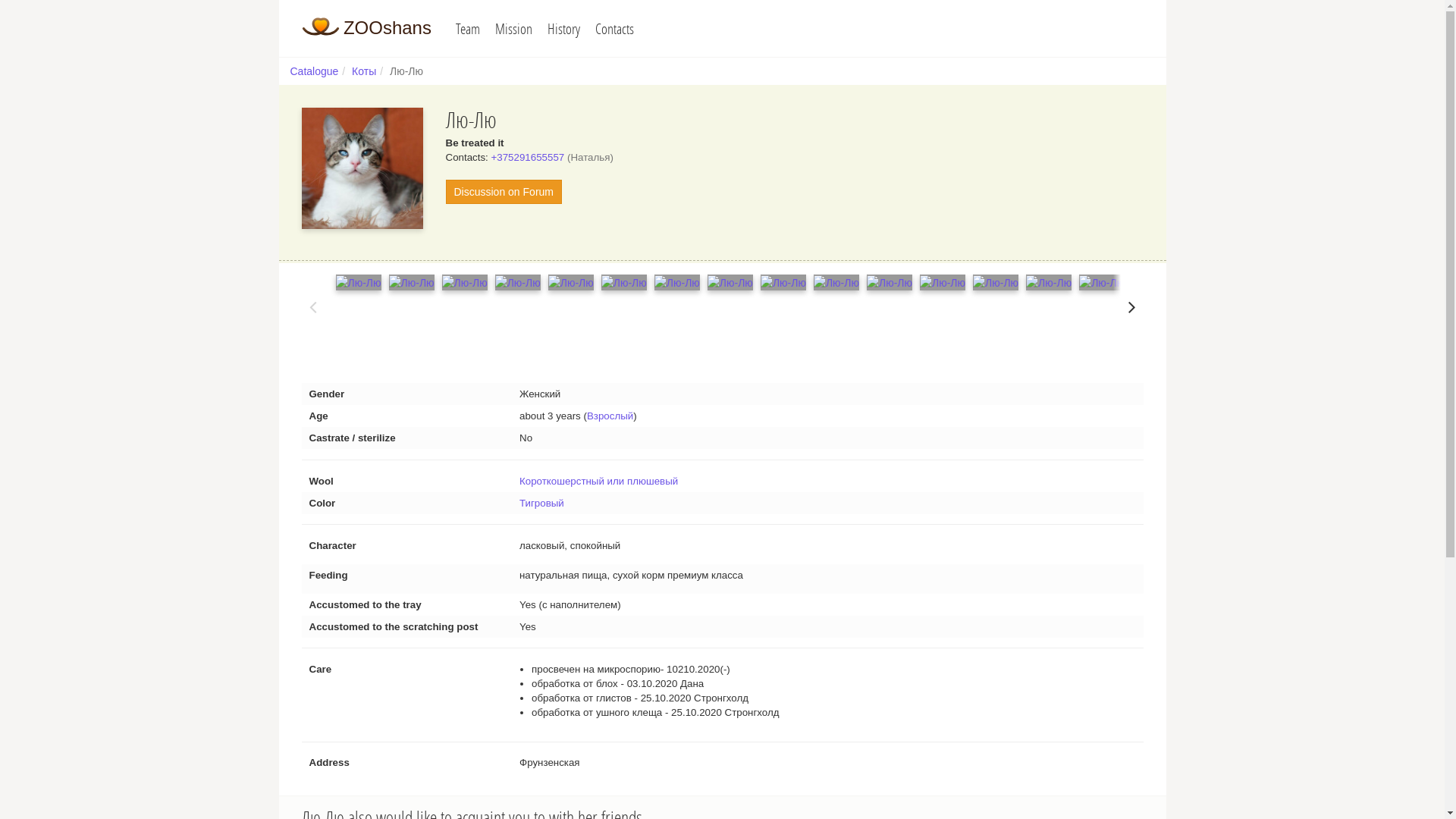 The width and height of the screenshot is (1456, 819). I want to click on '+375291655557', so click(491, 157).